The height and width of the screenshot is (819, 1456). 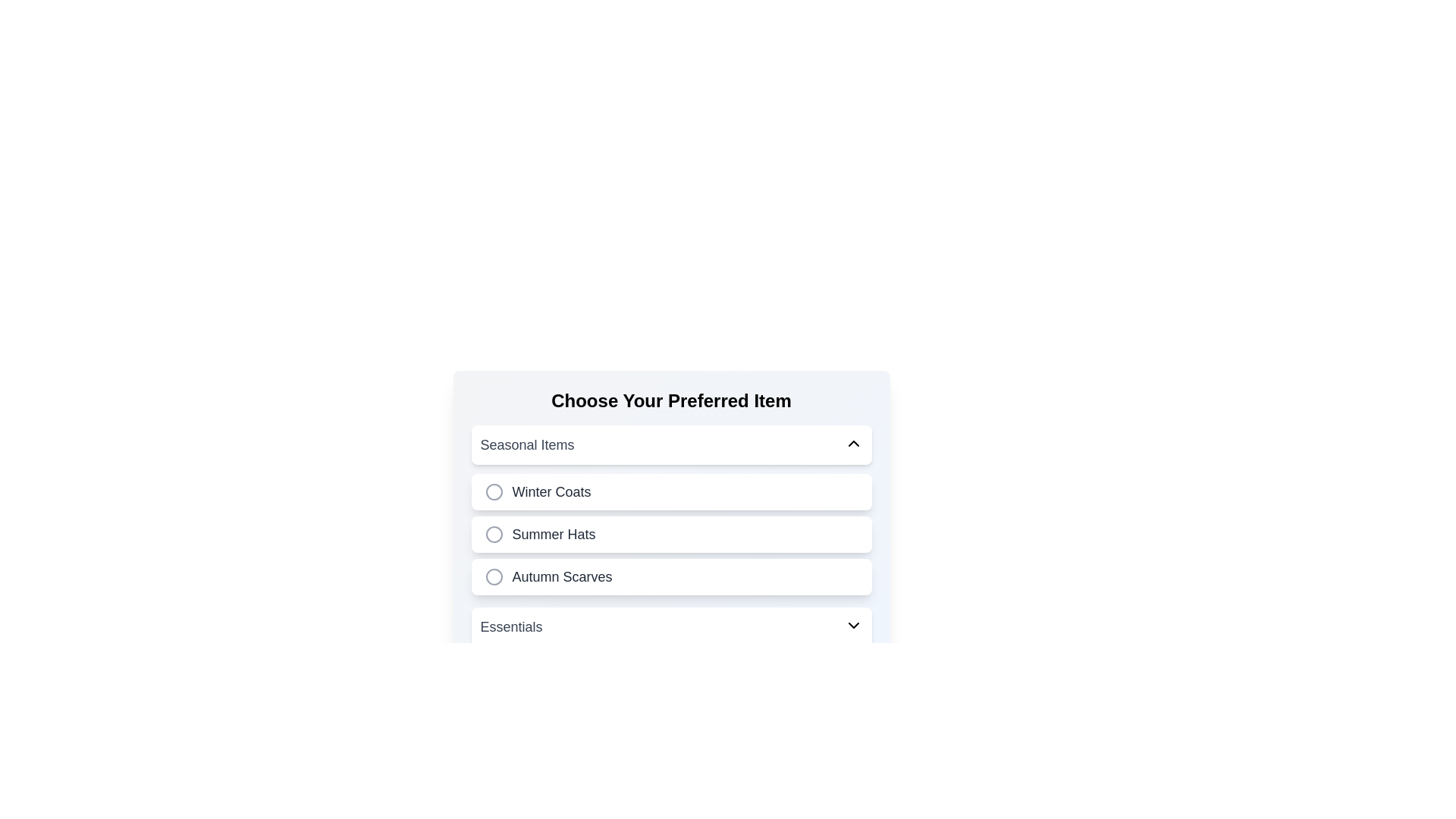 I want to click on the Text Label that describes the selectable option 'Autumn Scarves', located inside the third item of the list under 'Choose Your Preferred Item', to the right of the circular radio button, so click(x=561, y=576).